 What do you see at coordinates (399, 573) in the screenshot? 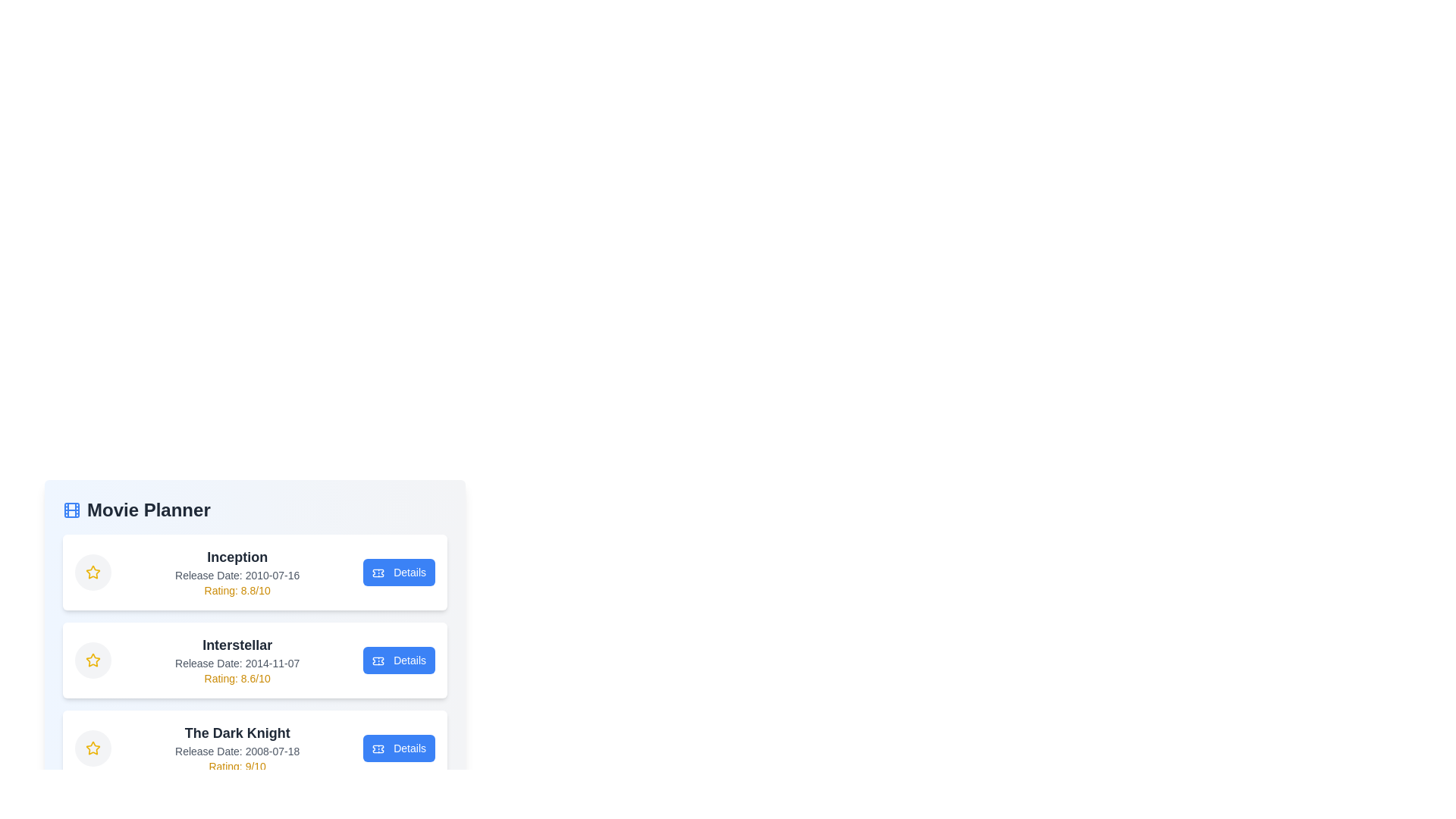
I see `the 'Details' button for the movie Inception` at bounding box center [399, 573].